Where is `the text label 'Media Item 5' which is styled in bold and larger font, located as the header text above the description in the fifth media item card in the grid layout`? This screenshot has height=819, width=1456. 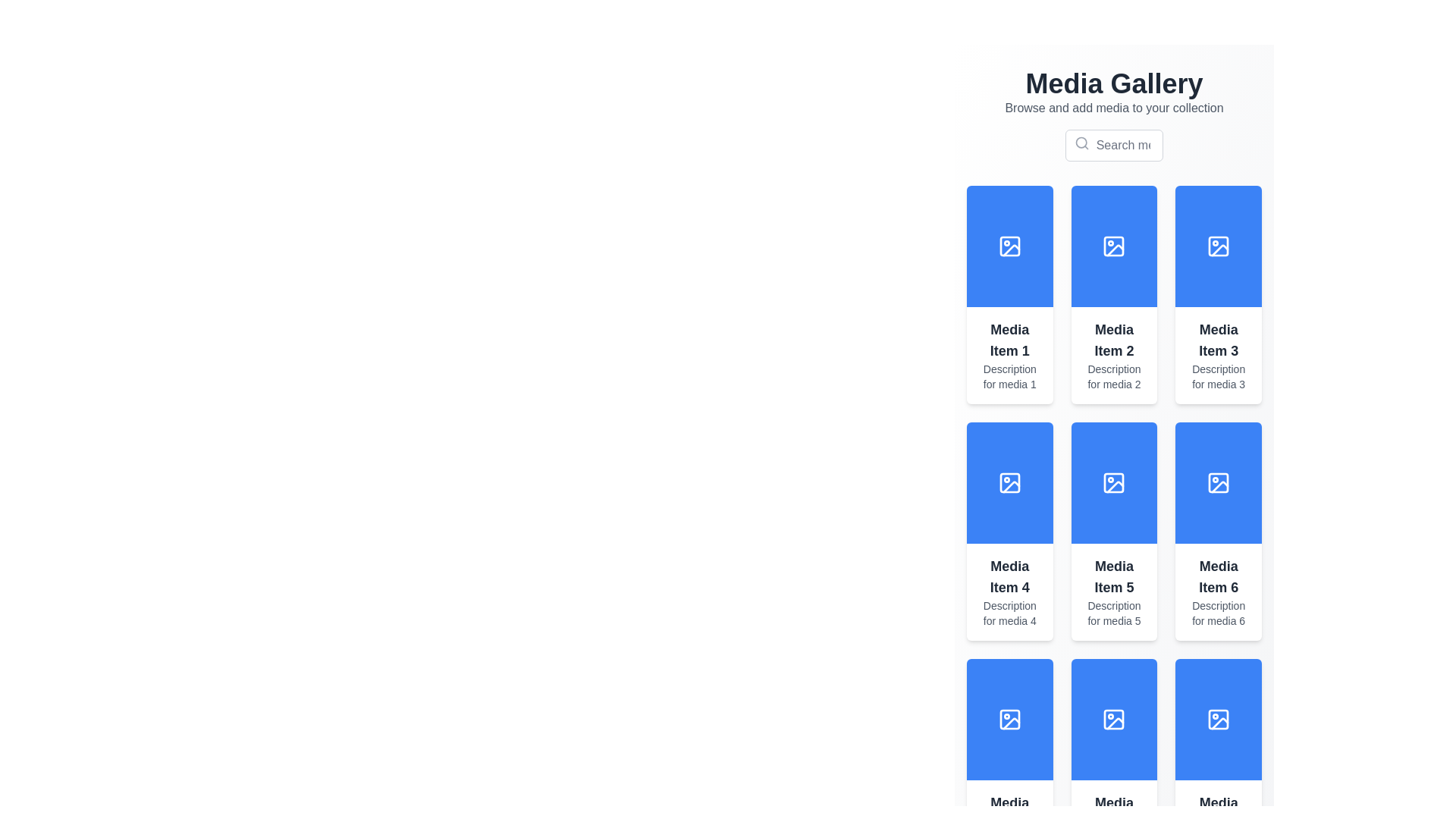 the text label 'Media Item 5' which is styled in bold and larger font, located as the header text above the description in the fifth media item card in the grid layout is located at coordinates (1114, 576).